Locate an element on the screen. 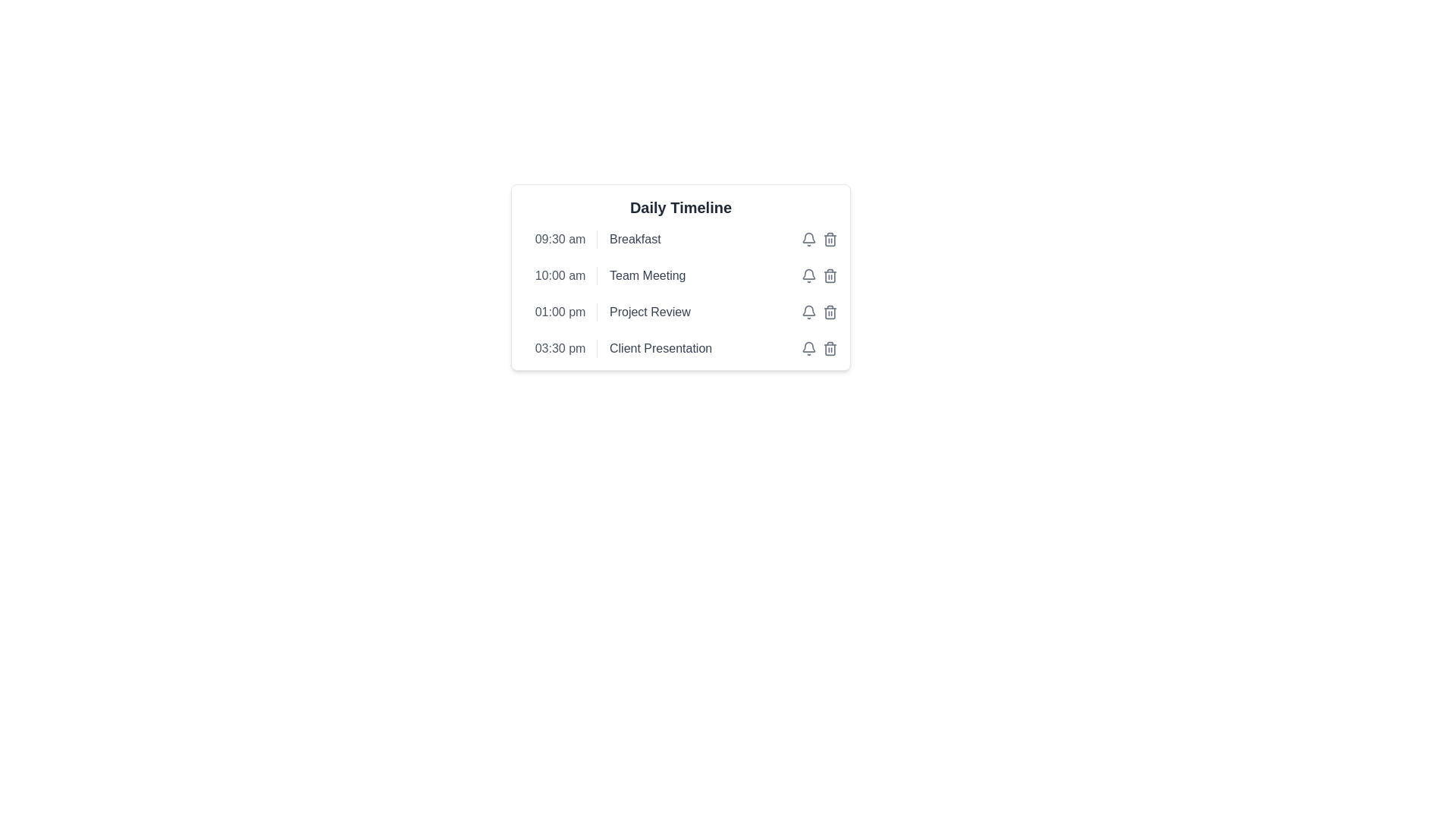 This screenshot has height=819, width=1456. the centrally positioned display panel for the daily schedule to read the schedule text is located at coordinates (679, 315).